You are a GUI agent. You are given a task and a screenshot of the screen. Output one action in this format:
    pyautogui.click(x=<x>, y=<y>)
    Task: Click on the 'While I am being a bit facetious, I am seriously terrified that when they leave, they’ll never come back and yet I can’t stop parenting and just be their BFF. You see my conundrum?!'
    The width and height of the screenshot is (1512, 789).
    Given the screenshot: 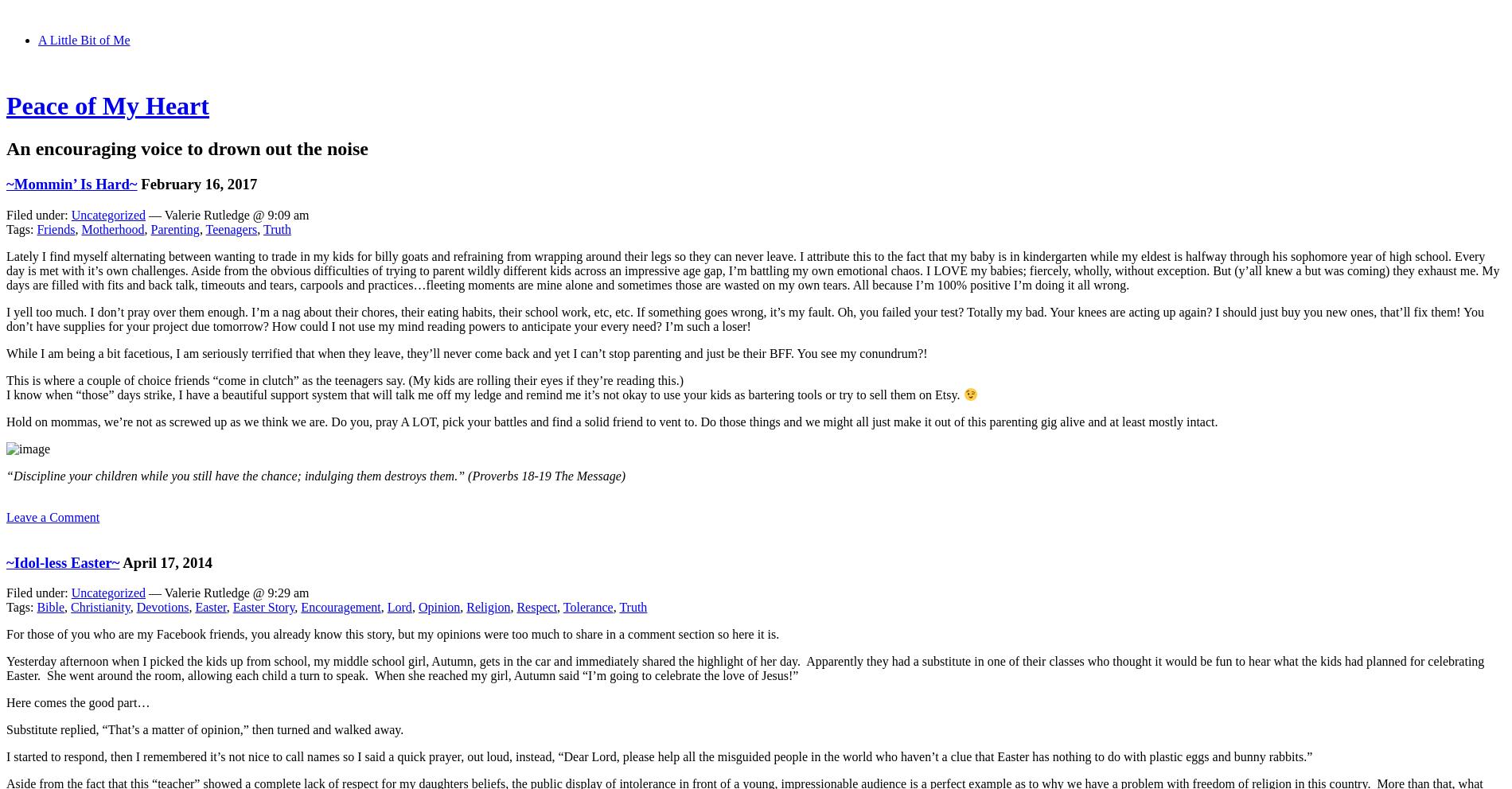 What is the action you would take?
    pyautogui.click(x=466, y=352)
    